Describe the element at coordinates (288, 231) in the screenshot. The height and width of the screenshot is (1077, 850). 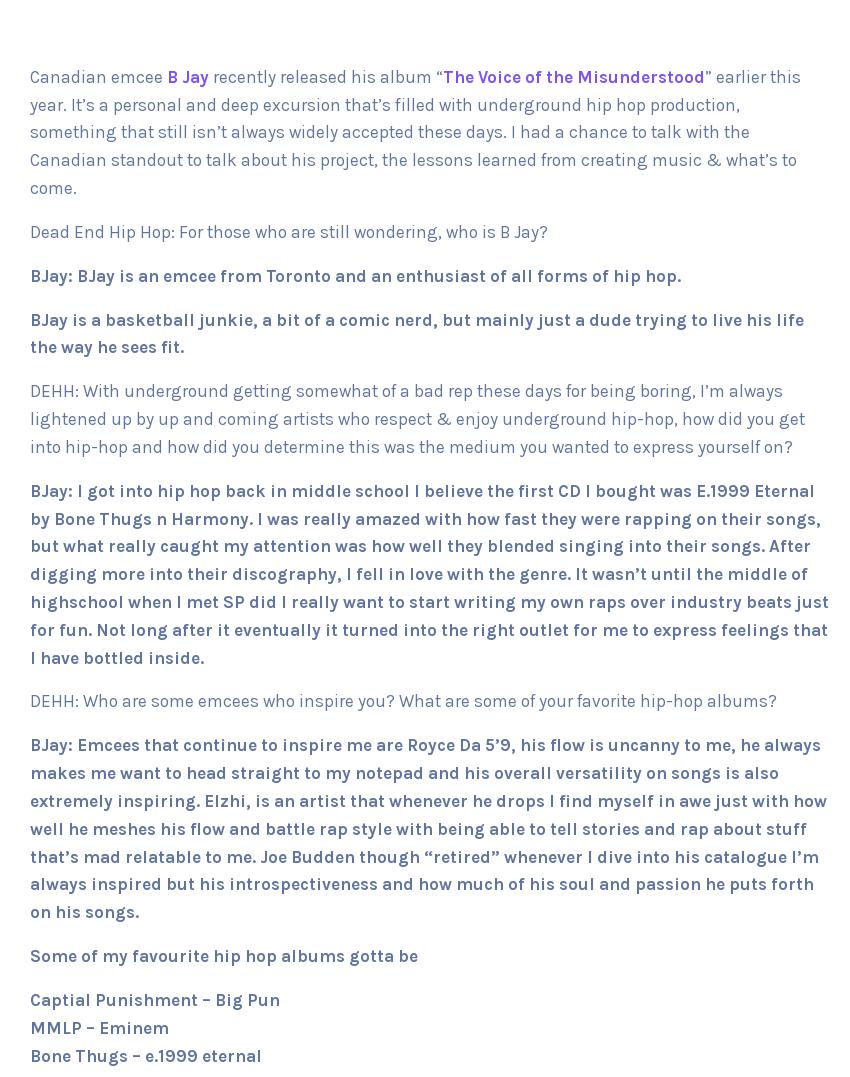
I see `'Dead End Hip Hop: For those who are still wondering, who is B Jay?'` at that location.